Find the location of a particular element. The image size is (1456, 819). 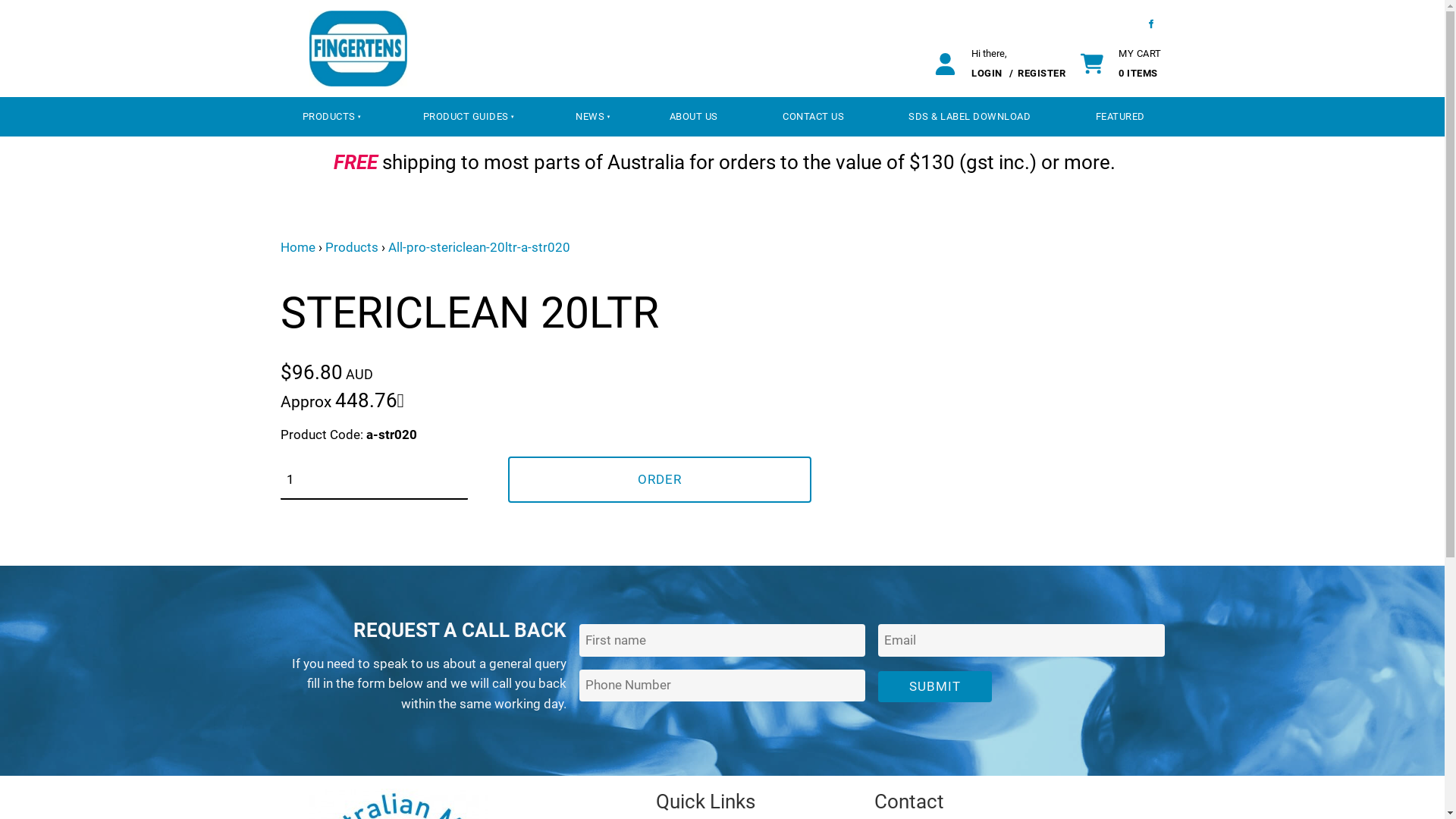

'NEWS' is located at coordinates (588, 116).